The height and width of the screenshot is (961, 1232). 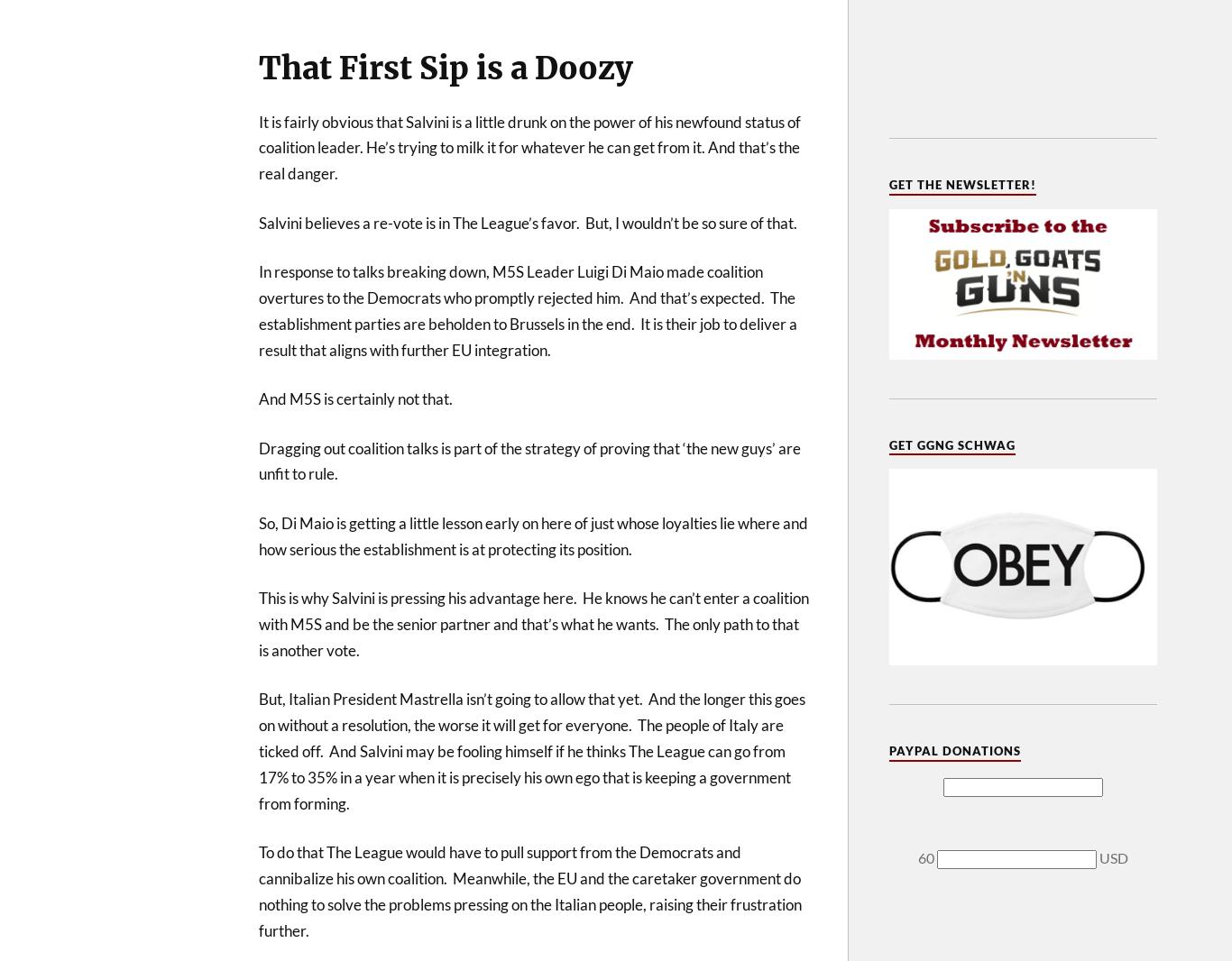 I want to click on 'Salvini believes a re-vote is in The League’s favor.  But, I wouldn’t be so sure of that.', so click(x=527, y=221).